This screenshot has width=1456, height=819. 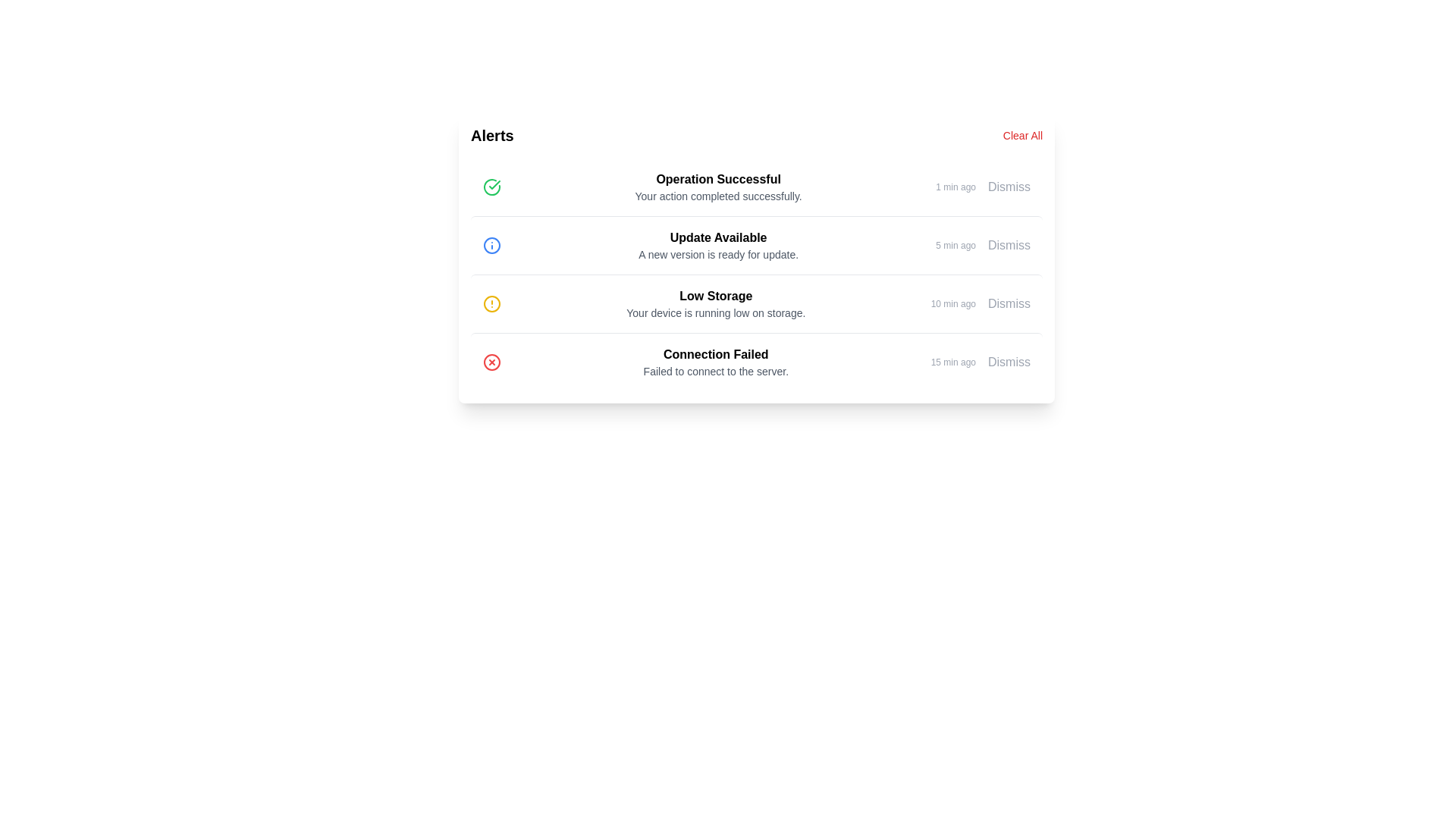 I want to click on the circular shape that is part of the visual alert icon for 'Low Storage' warning, so click(x=491, y=304).